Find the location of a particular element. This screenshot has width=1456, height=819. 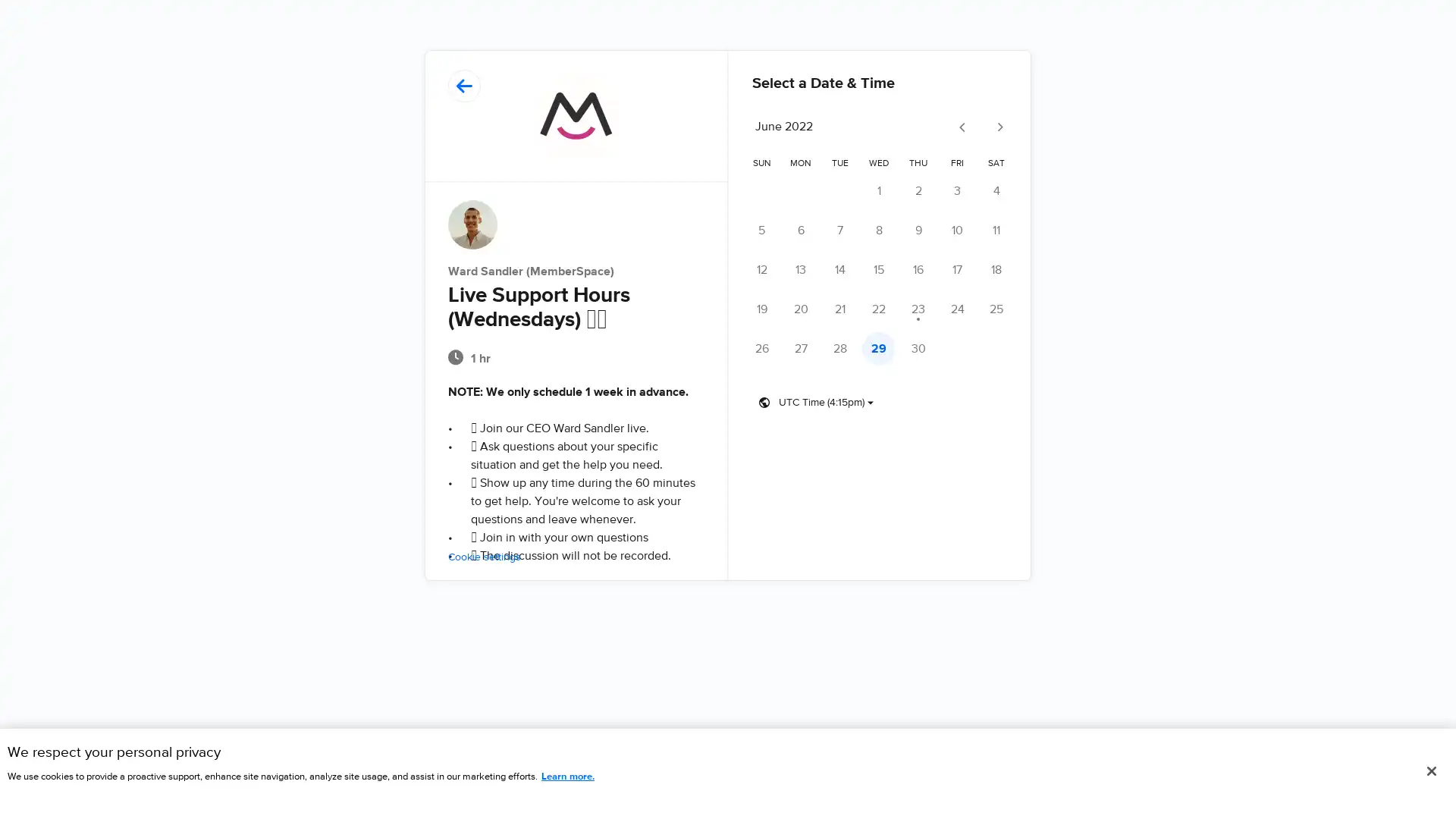

Friday, June 10 - No times available is located at coordinates (956, 231).